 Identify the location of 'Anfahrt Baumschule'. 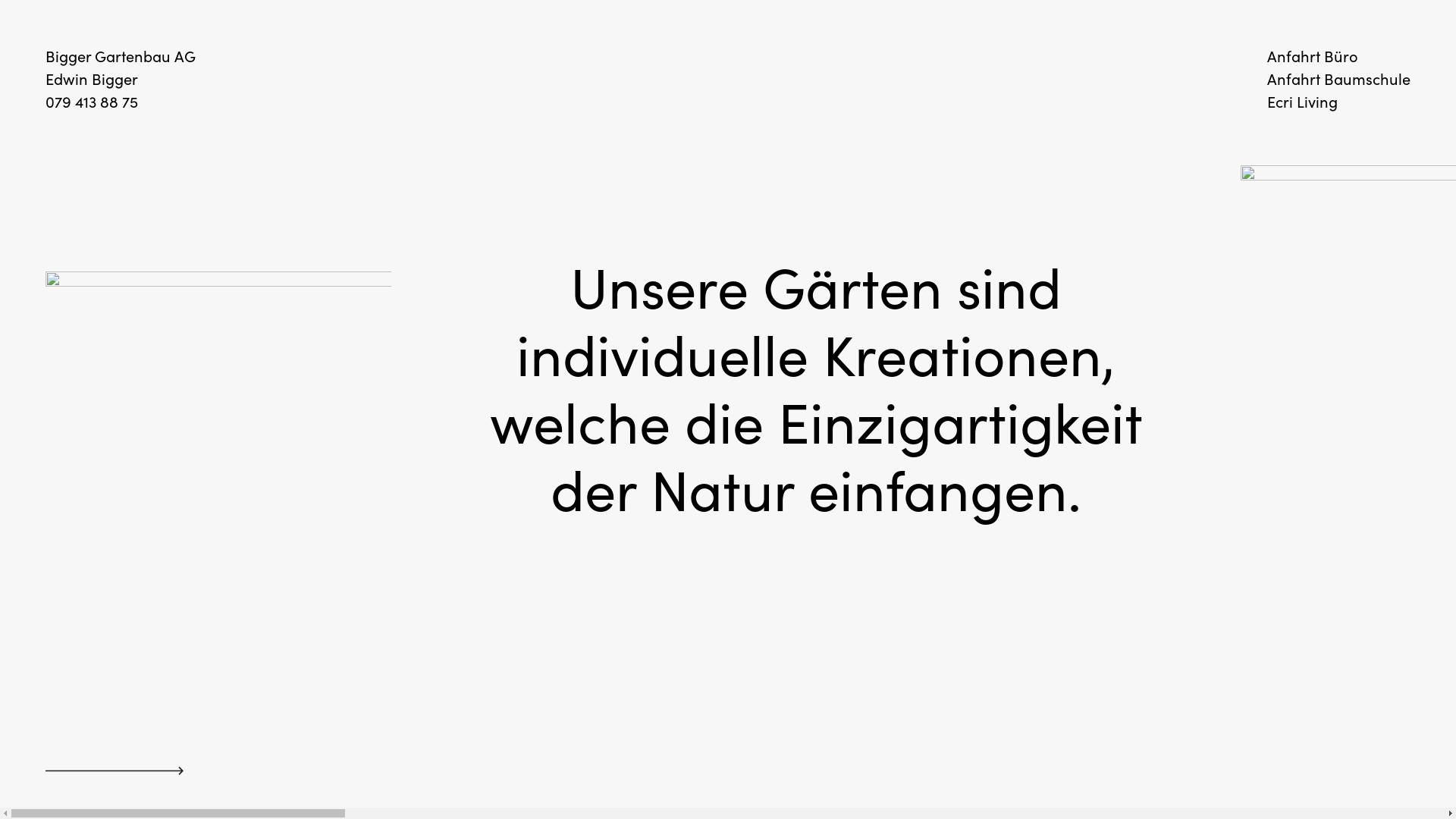
(1338, 79).